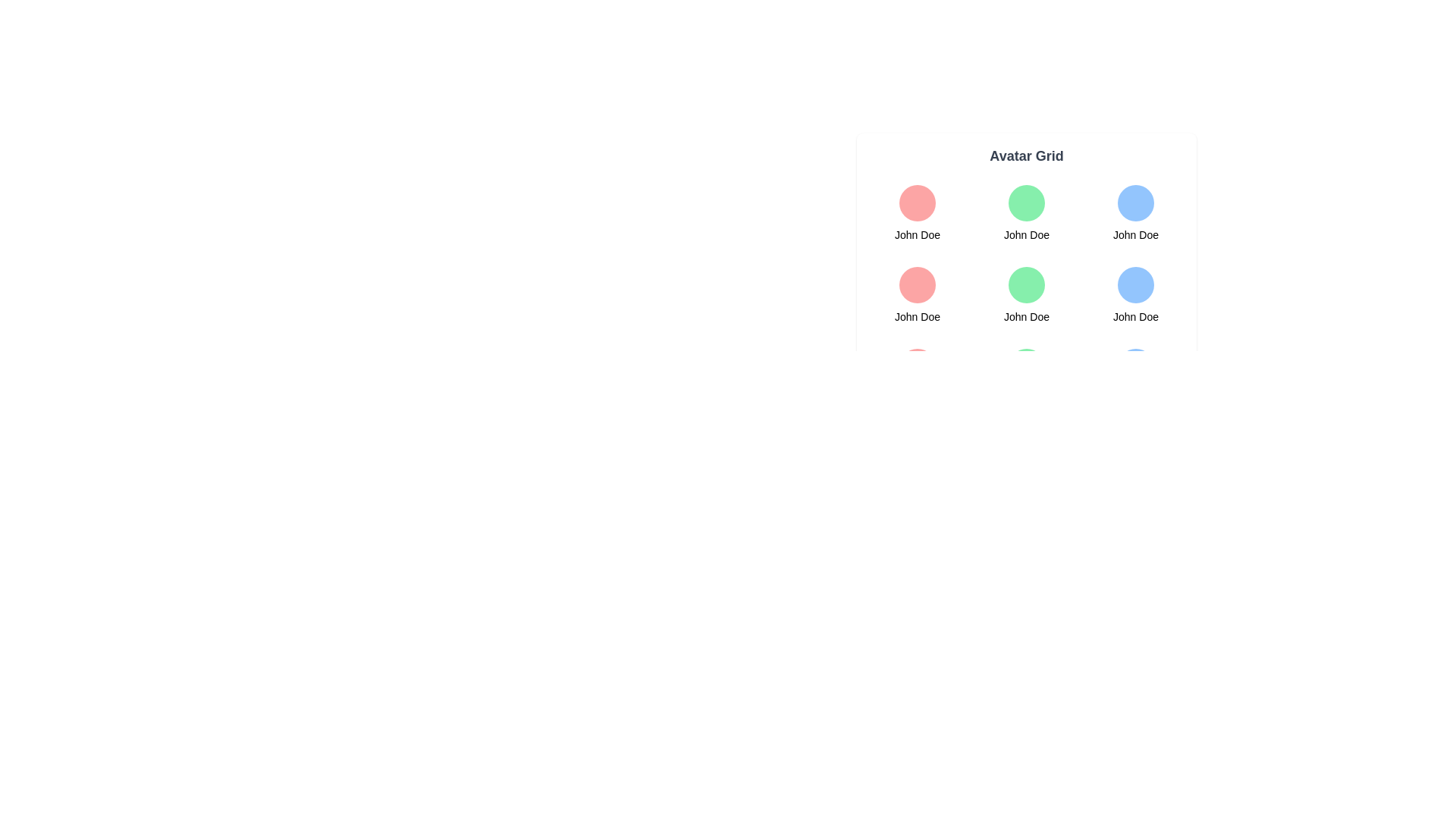  I want to click on the avatar representing 'John Doe' located in the third column and second row of the grid, so click(1135, 284).